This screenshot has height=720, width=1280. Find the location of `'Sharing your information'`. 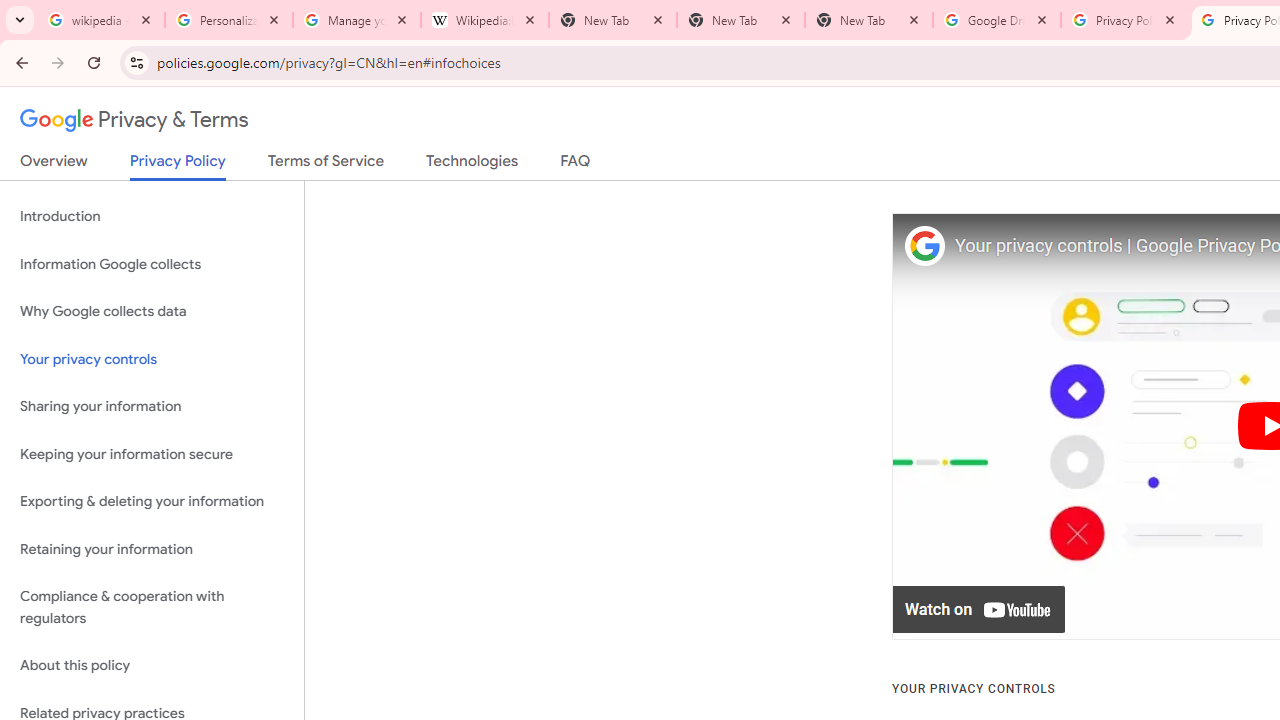

'Sharing your information' is located at coordinates (151, 406).